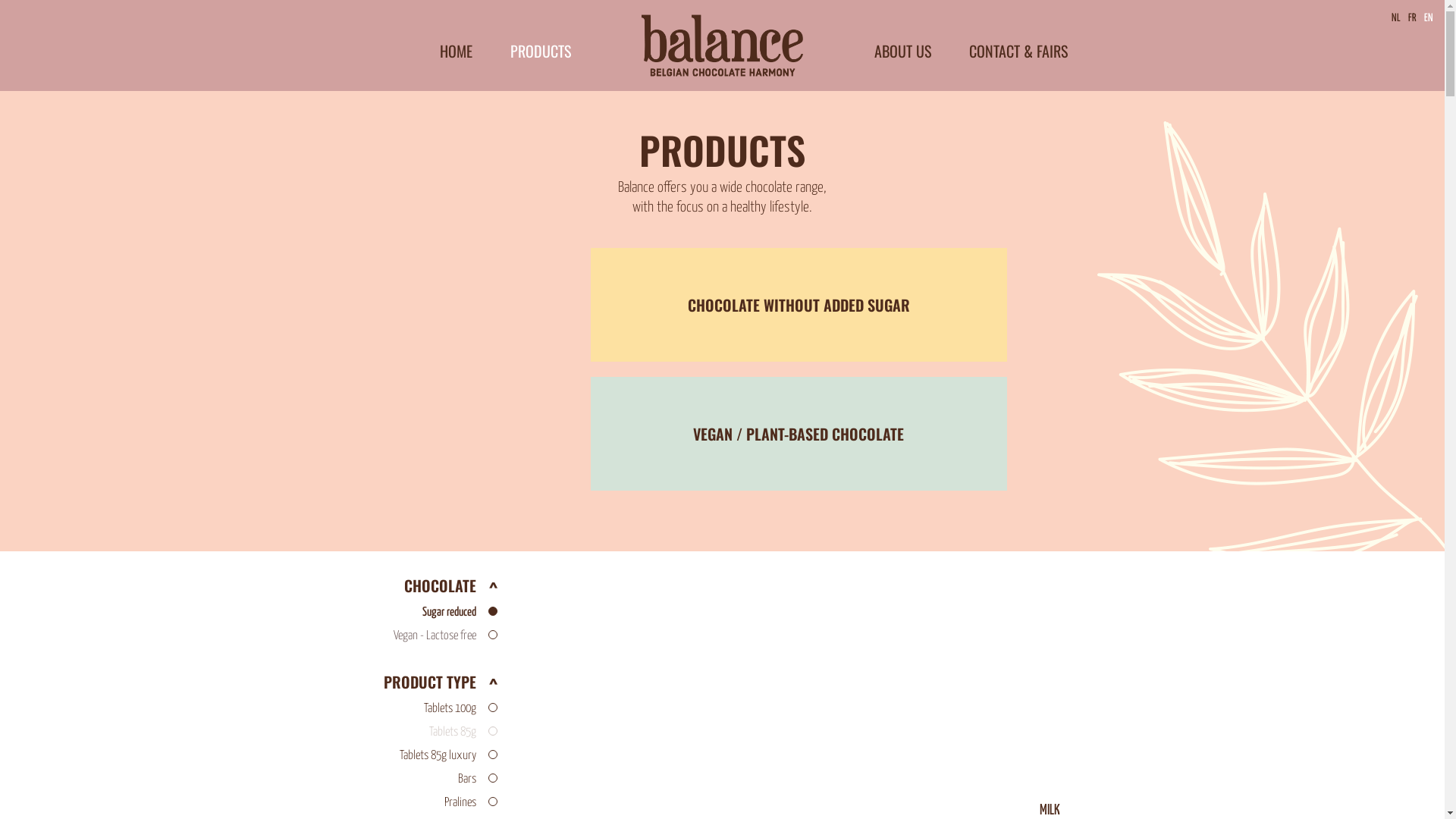 This screenshot has width=1456, height=819. I want to click on 'Tablets 100g', so click(397, 708).